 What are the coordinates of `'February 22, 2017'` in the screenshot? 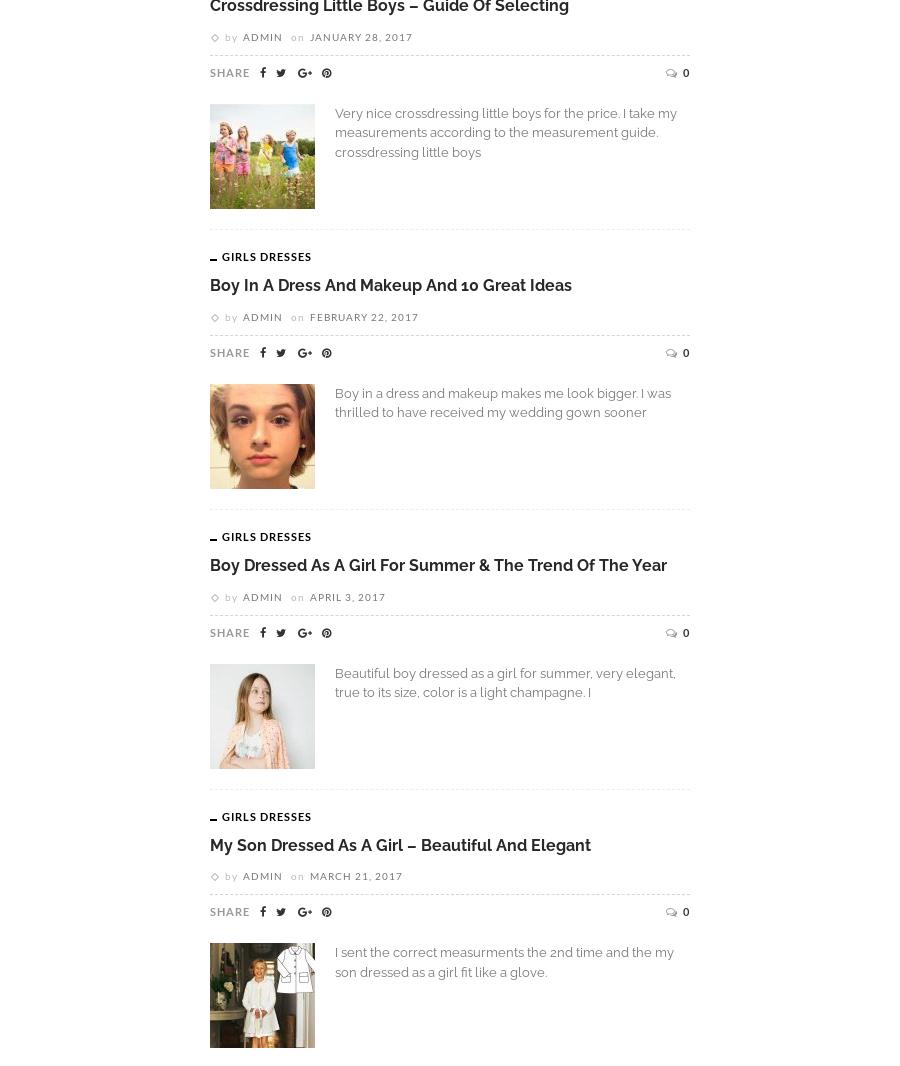 It's located at (364, 315).